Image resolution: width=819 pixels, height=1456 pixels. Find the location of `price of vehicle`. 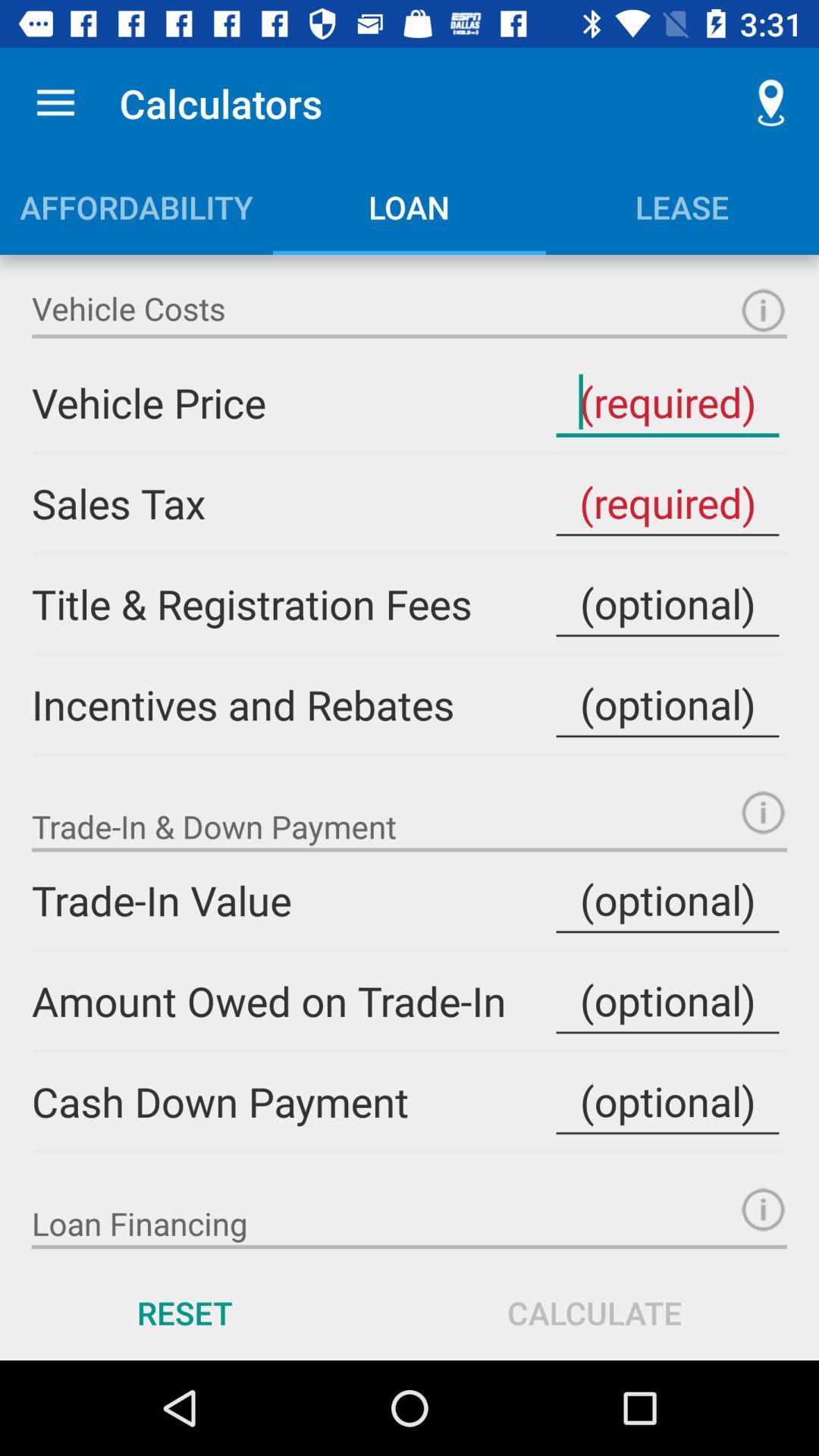

price of vehicle is located at coordinates (667, 403).